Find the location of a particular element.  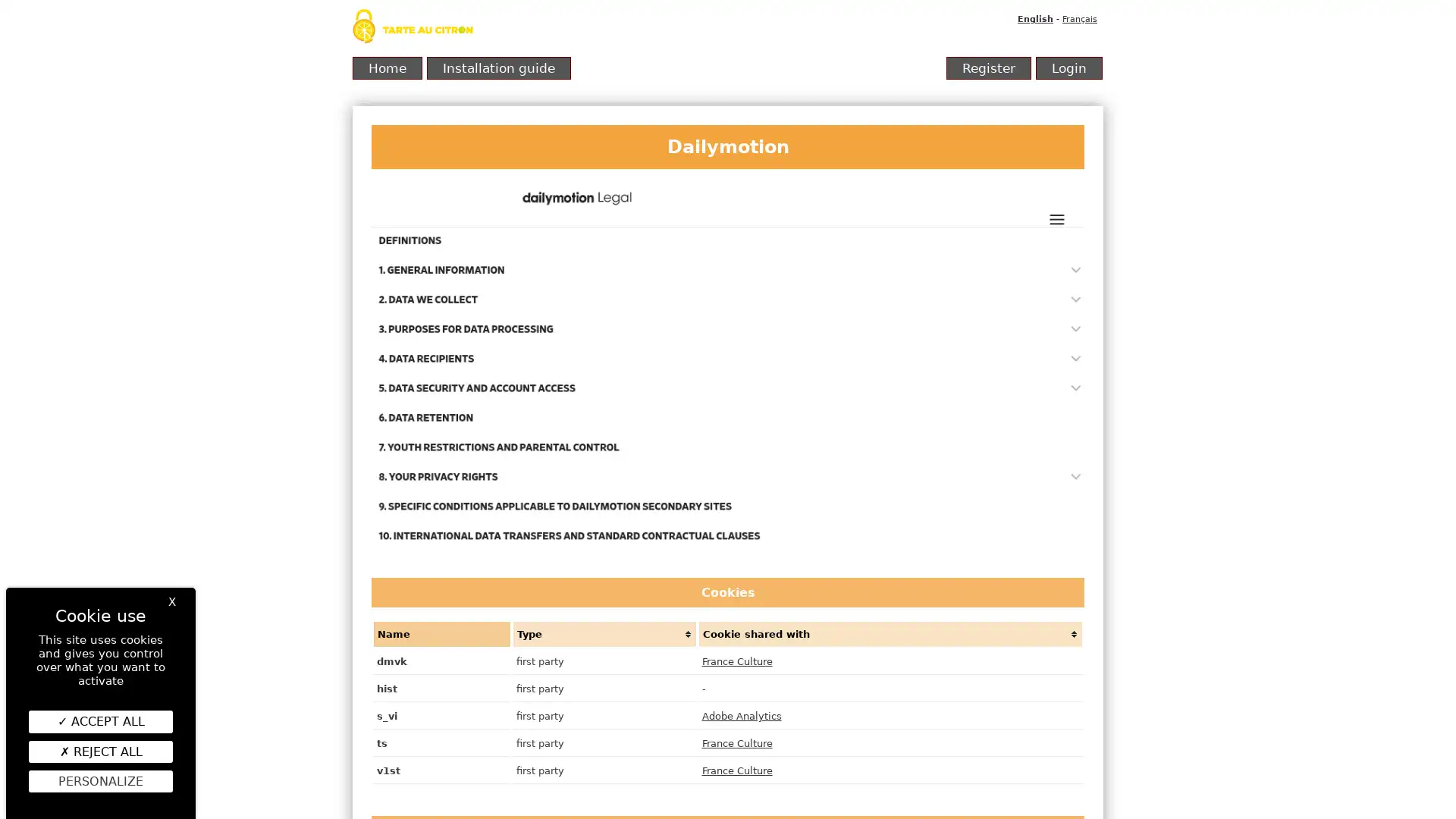

Personalize (modal window) is located at coordinates (100, 780).